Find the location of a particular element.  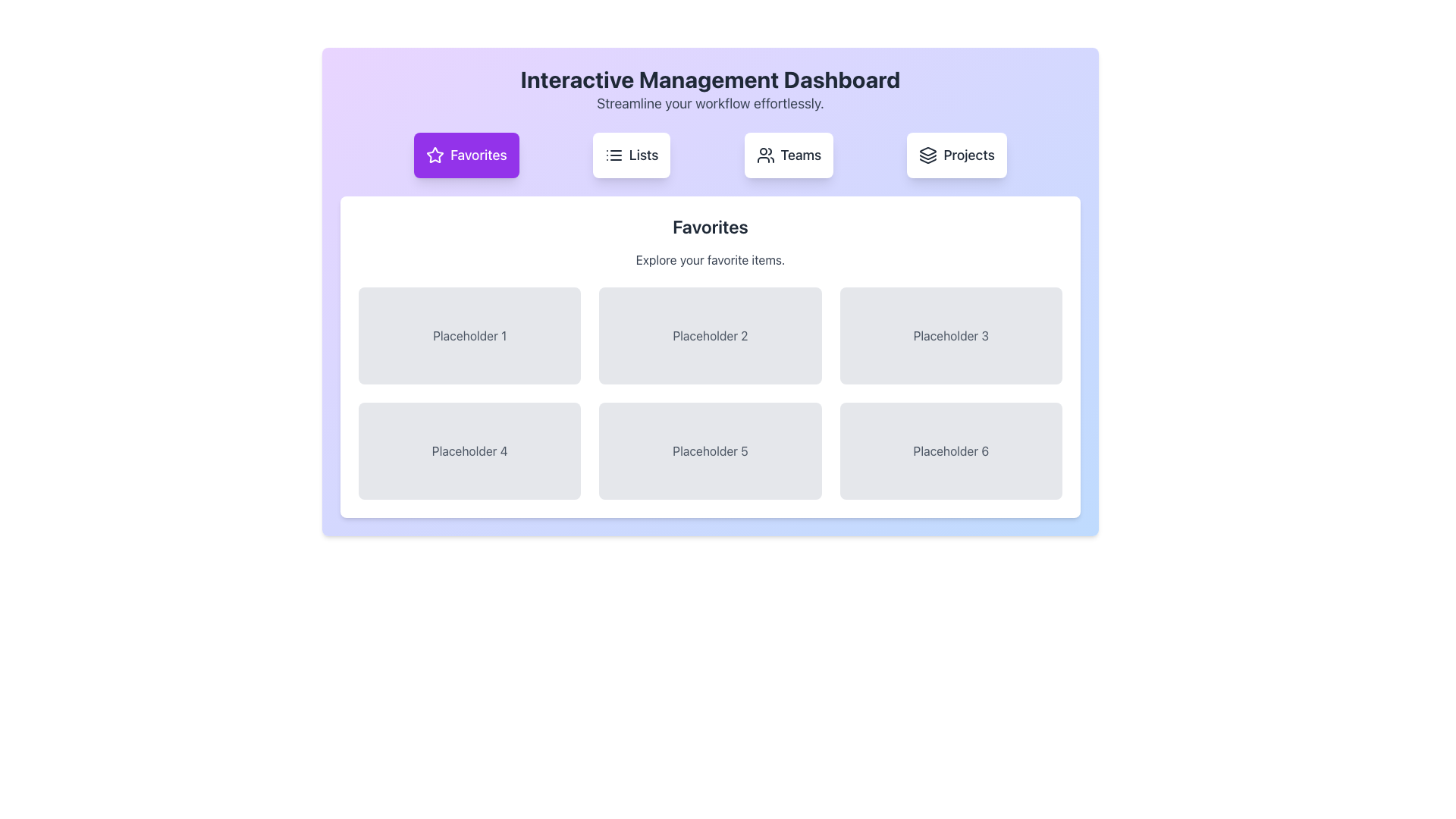

the first card in the grid layout that has a gray background and centered dark gray text reading 'Placeholder 1' is located at coordinates (469, 335).